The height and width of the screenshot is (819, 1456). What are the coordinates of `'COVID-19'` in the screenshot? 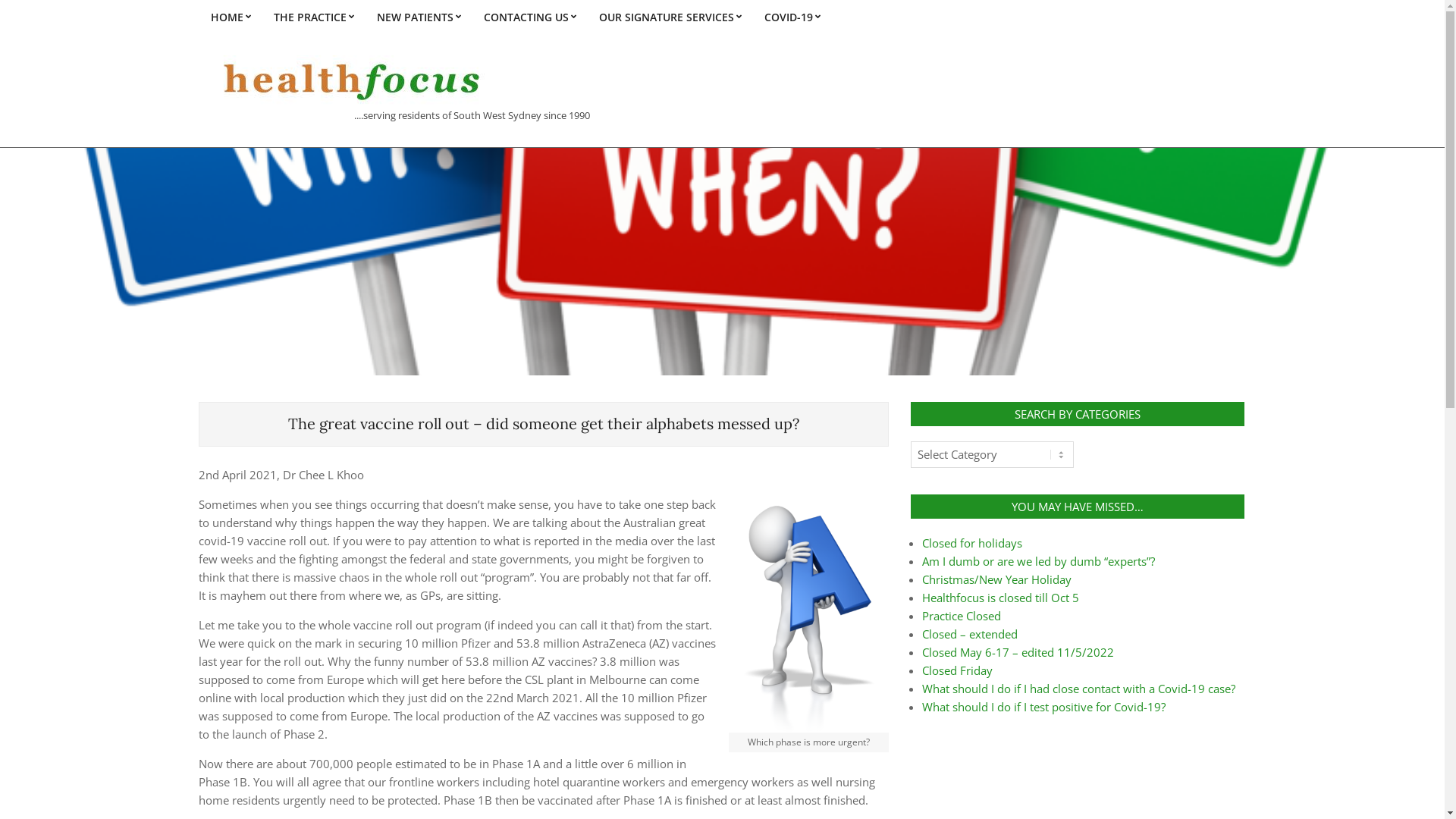 It's located at (790, 17).